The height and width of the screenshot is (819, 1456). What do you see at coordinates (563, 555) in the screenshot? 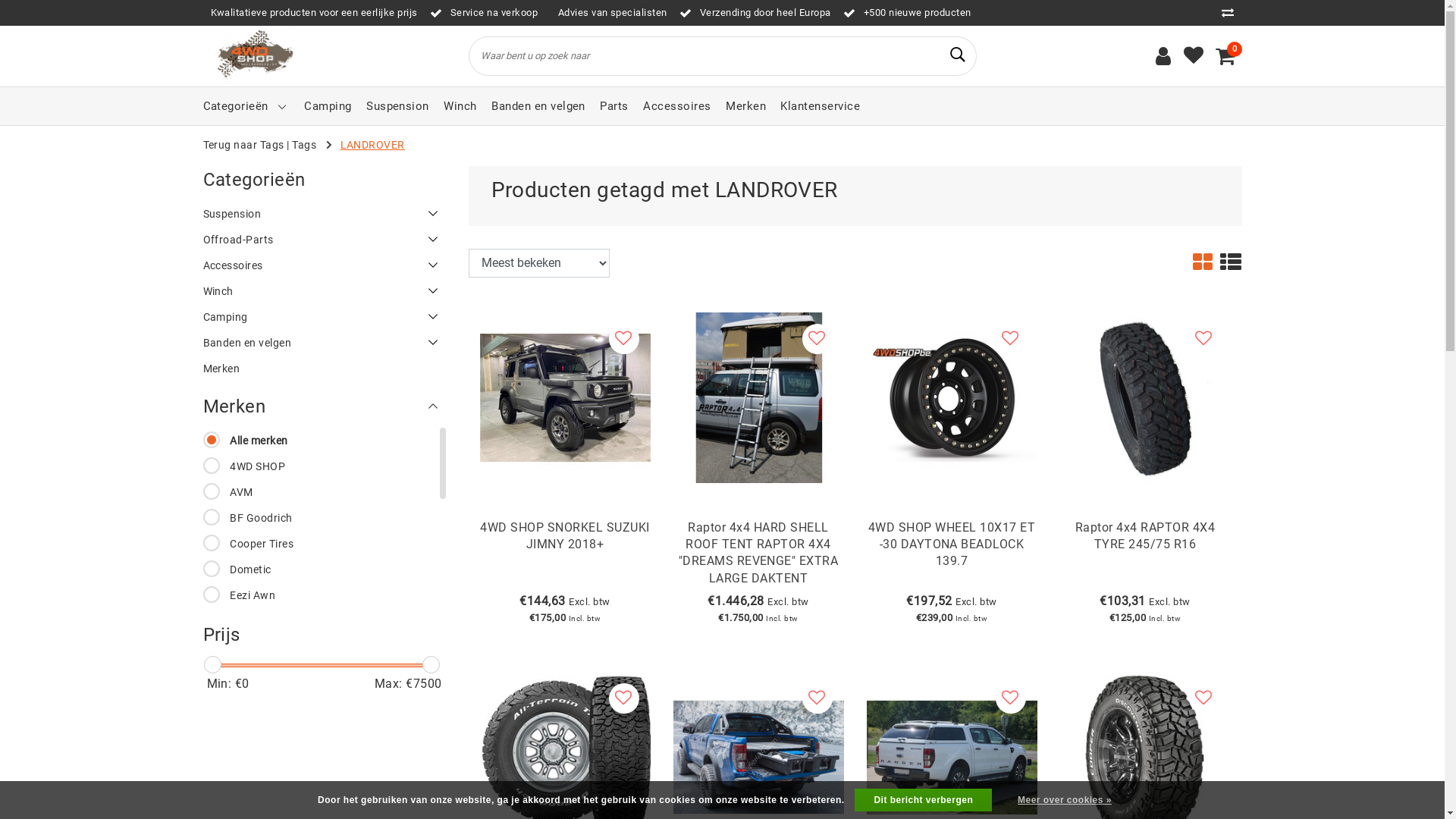
I see `'4WD SHOP SNORKEL SUZUKI JIMNY 2018+'` at bounding box center [563, 555].